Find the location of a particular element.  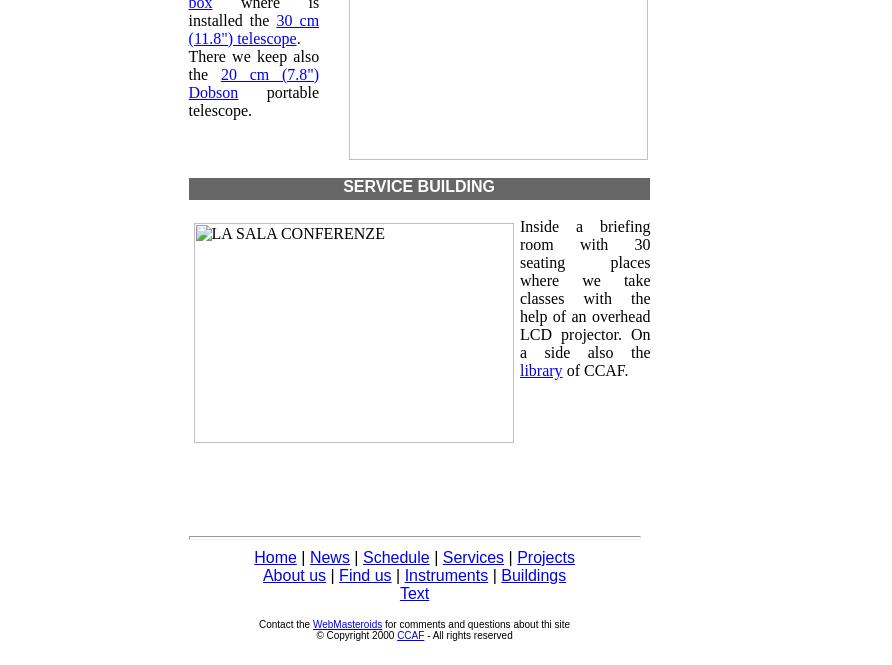

'© Copyright 2000' is located at coordinates (355, 634).